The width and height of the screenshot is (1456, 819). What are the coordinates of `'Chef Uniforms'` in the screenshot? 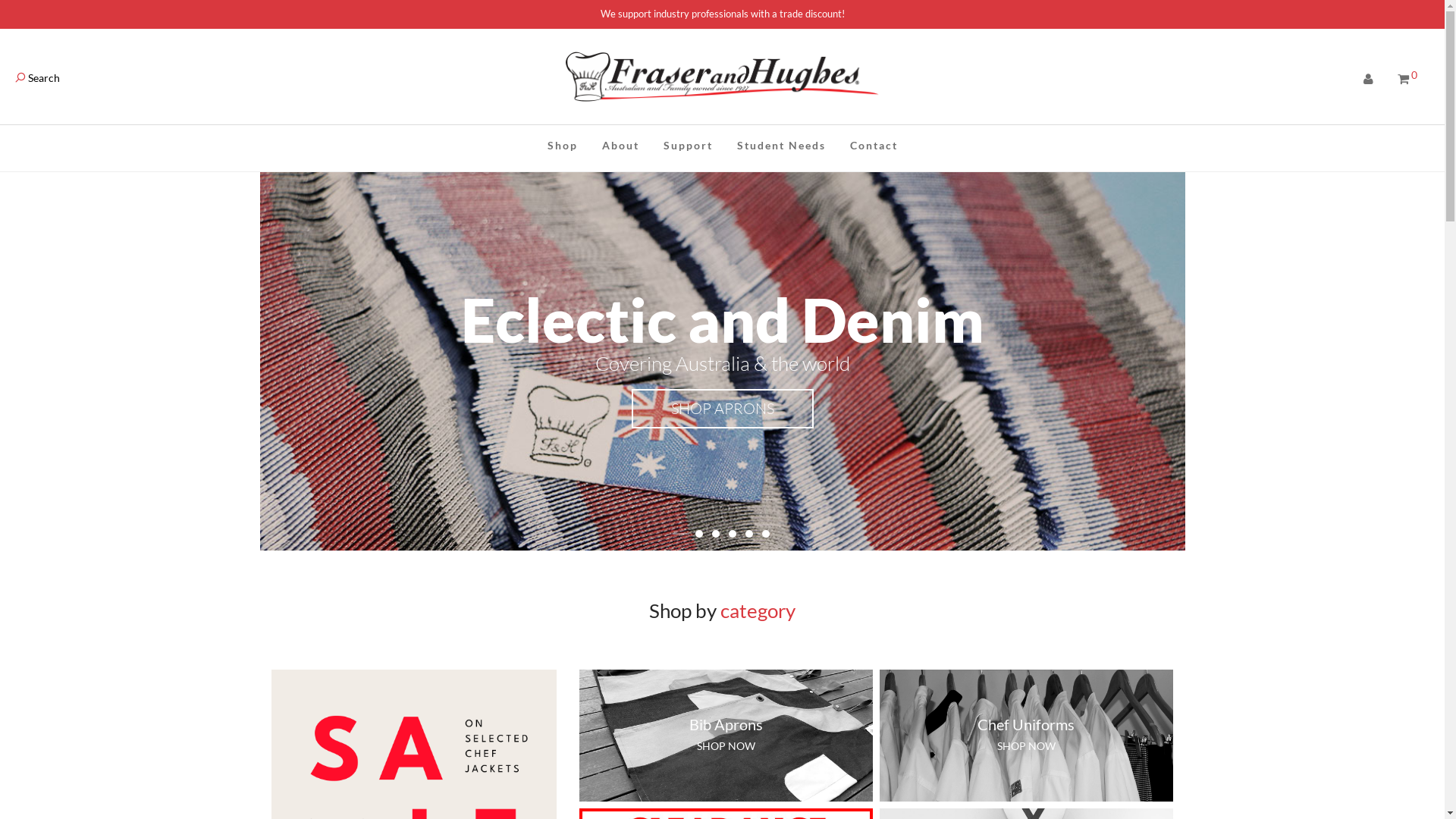 It's located at (1026, 723).